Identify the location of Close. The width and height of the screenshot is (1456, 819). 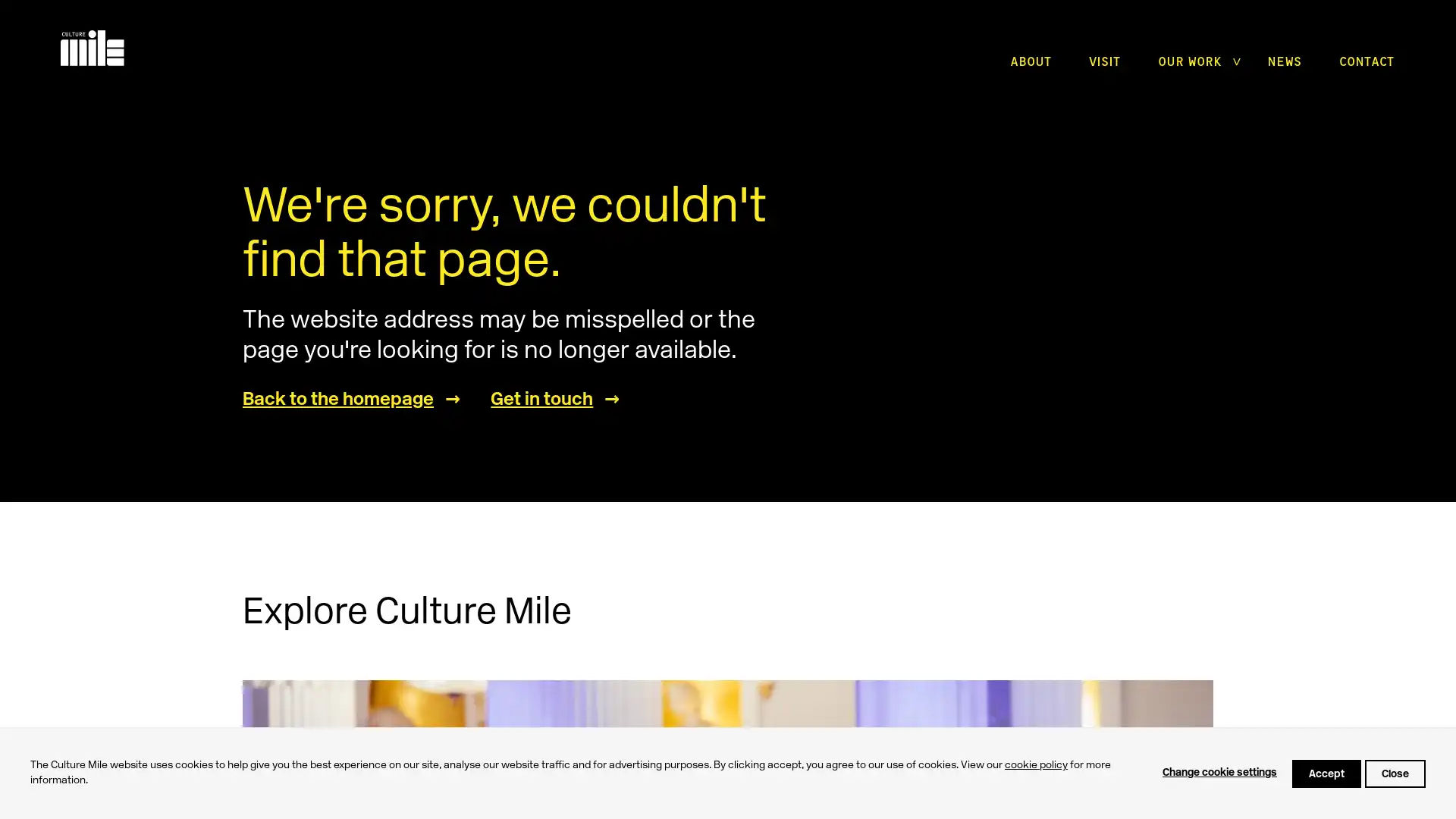
(1395, 773).